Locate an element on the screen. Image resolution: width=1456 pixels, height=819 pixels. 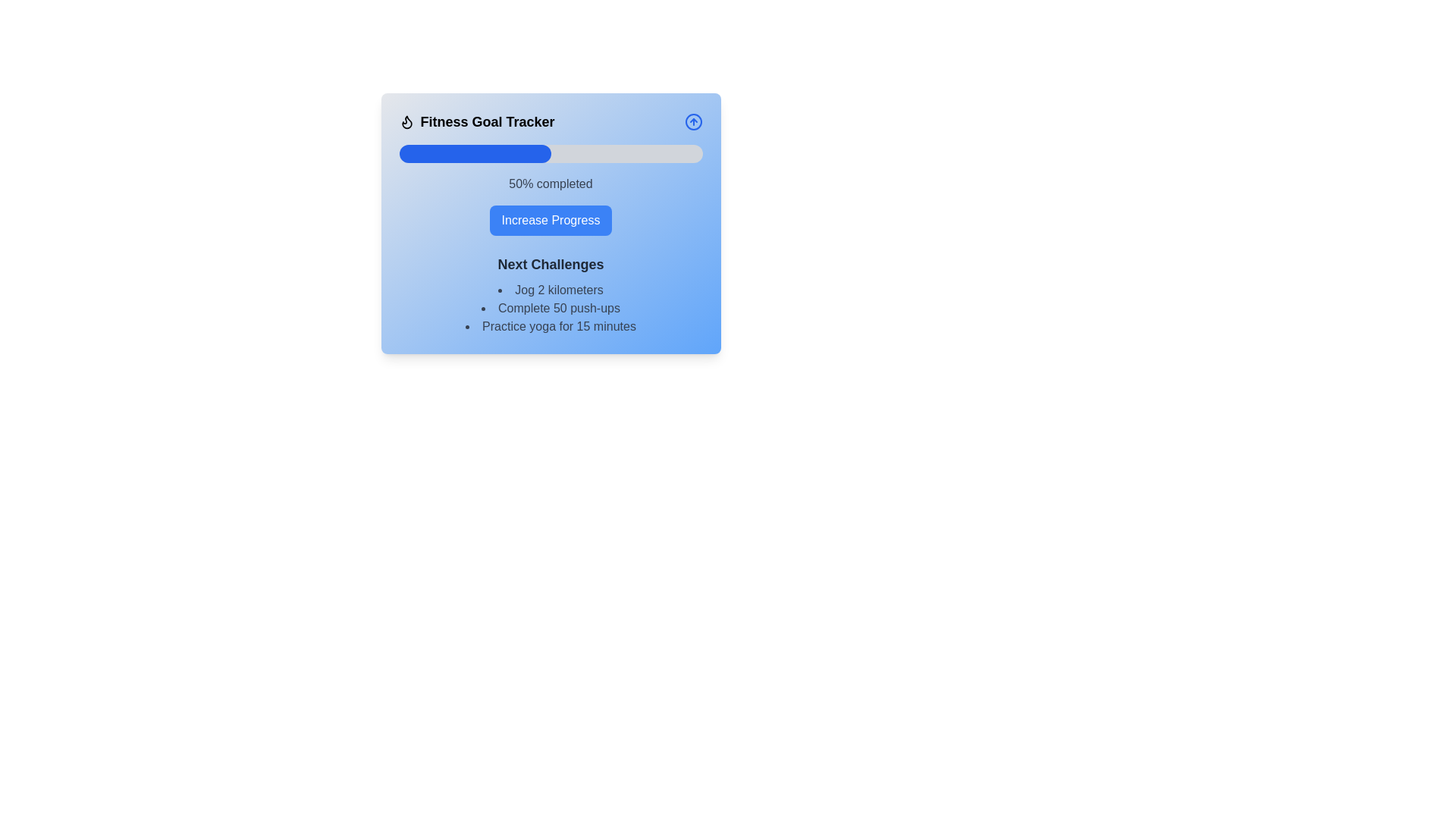
the decorative icon positioned to the left of the 'Fitness Goal Tracker' title in the header section is located at coordinates (406, 121).